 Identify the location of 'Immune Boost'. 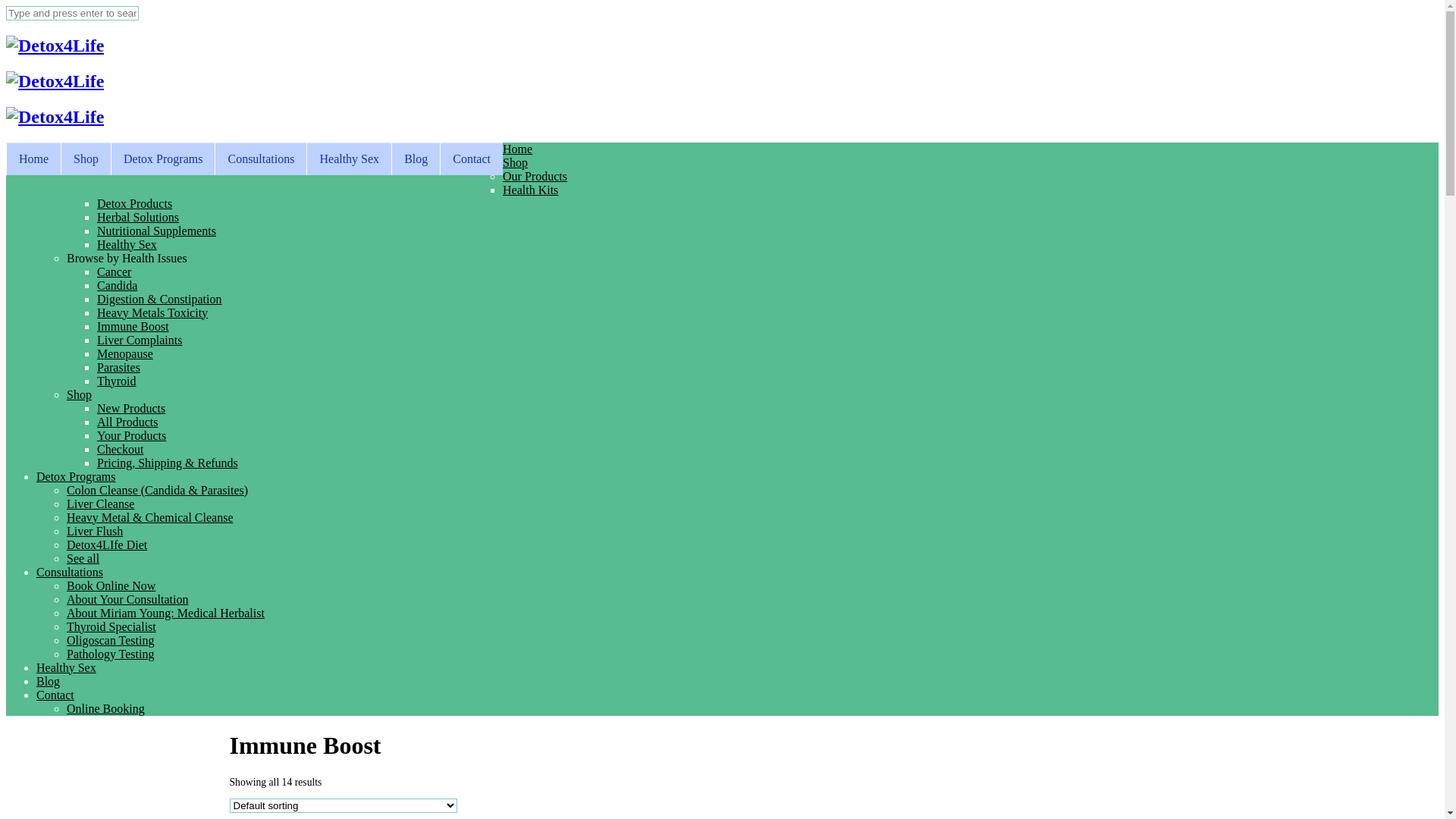
(133, 325).